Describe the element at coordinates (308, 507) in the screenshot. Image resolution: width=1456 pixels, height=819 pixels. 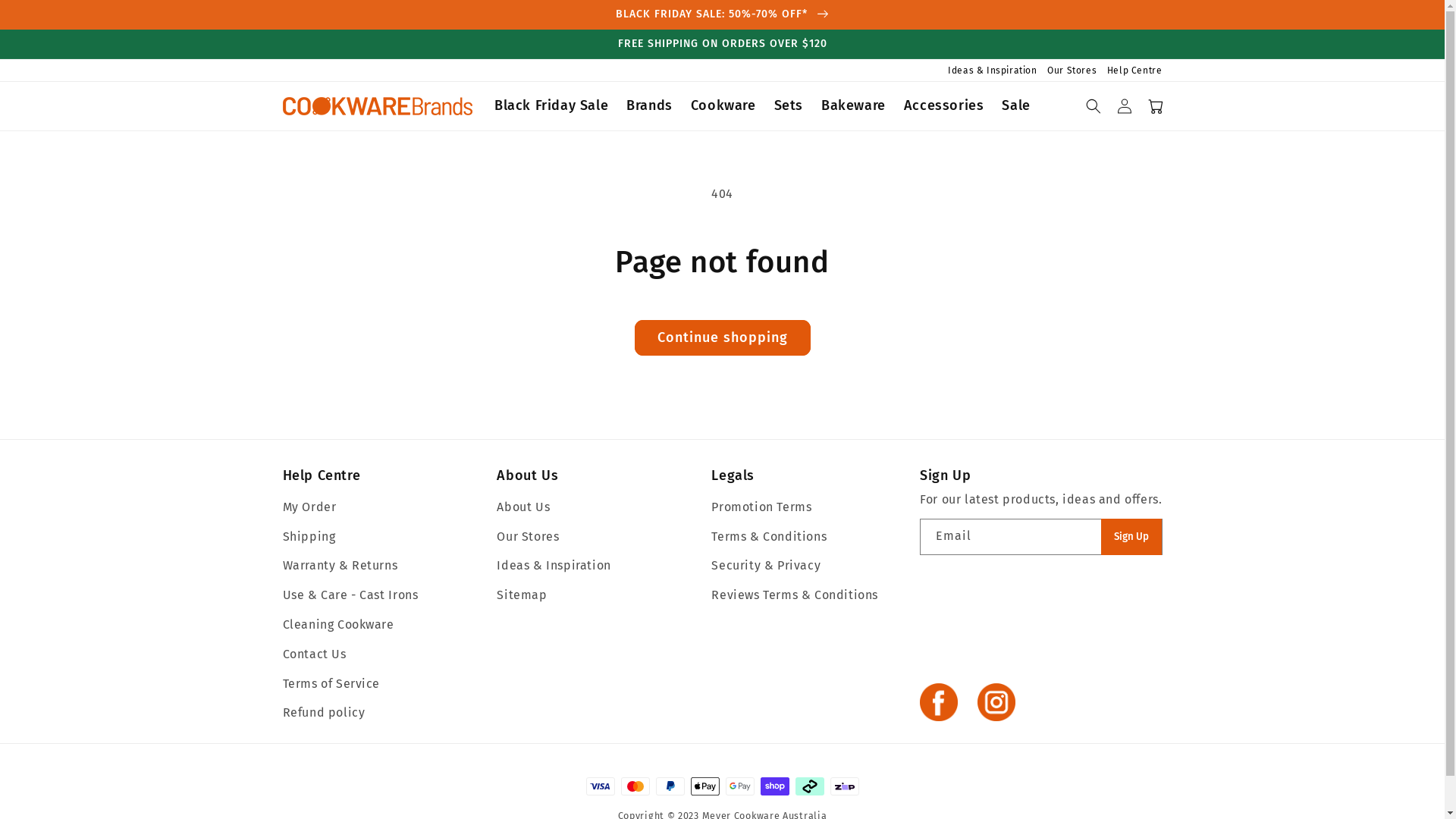
I see `'My Order'` at that location.